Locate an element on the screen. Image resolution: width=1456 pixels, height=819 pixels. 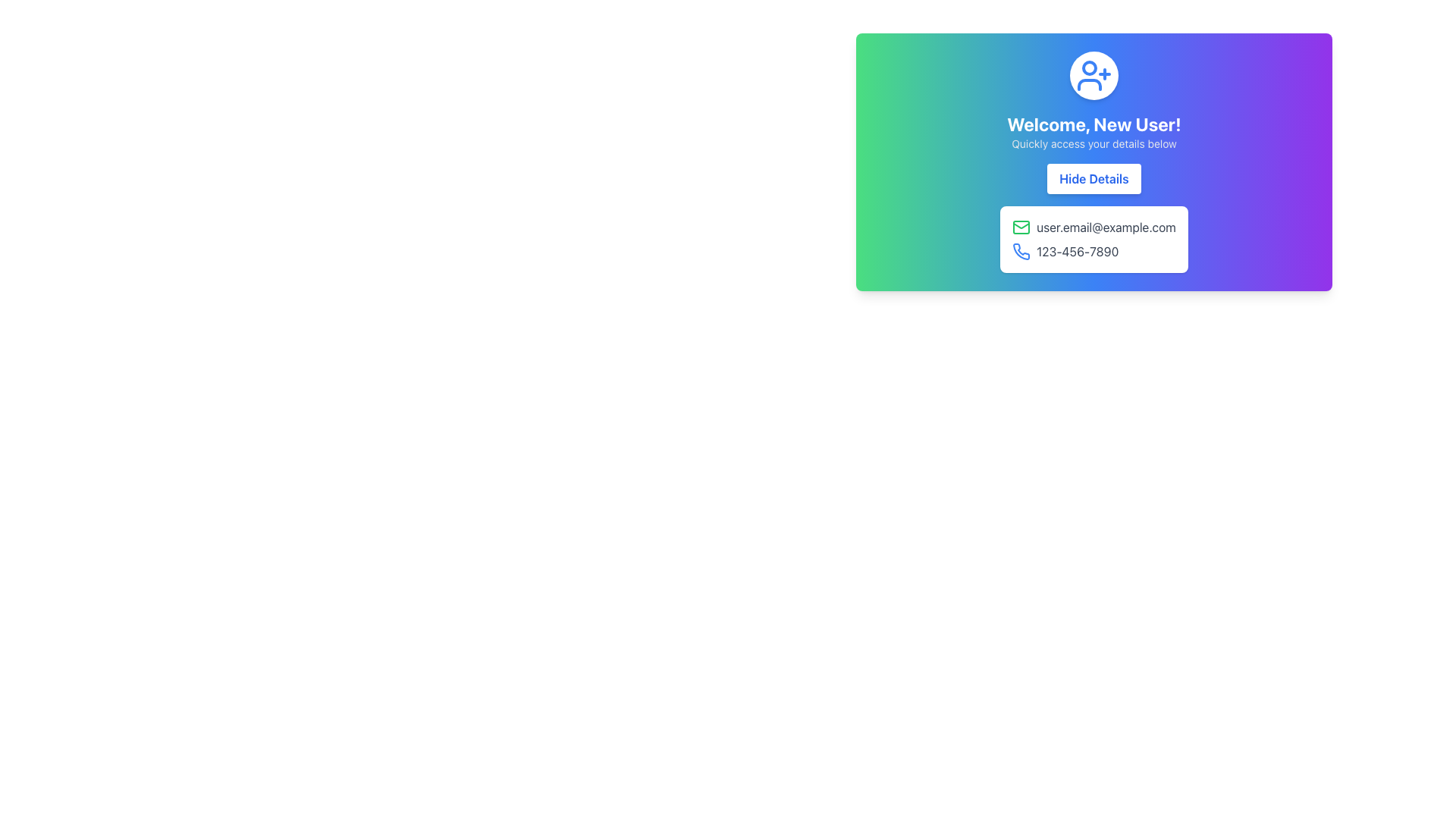
the email address 'user.email@example.com' displayed in the text display with an email icon is located at coordinates (1094, 227).